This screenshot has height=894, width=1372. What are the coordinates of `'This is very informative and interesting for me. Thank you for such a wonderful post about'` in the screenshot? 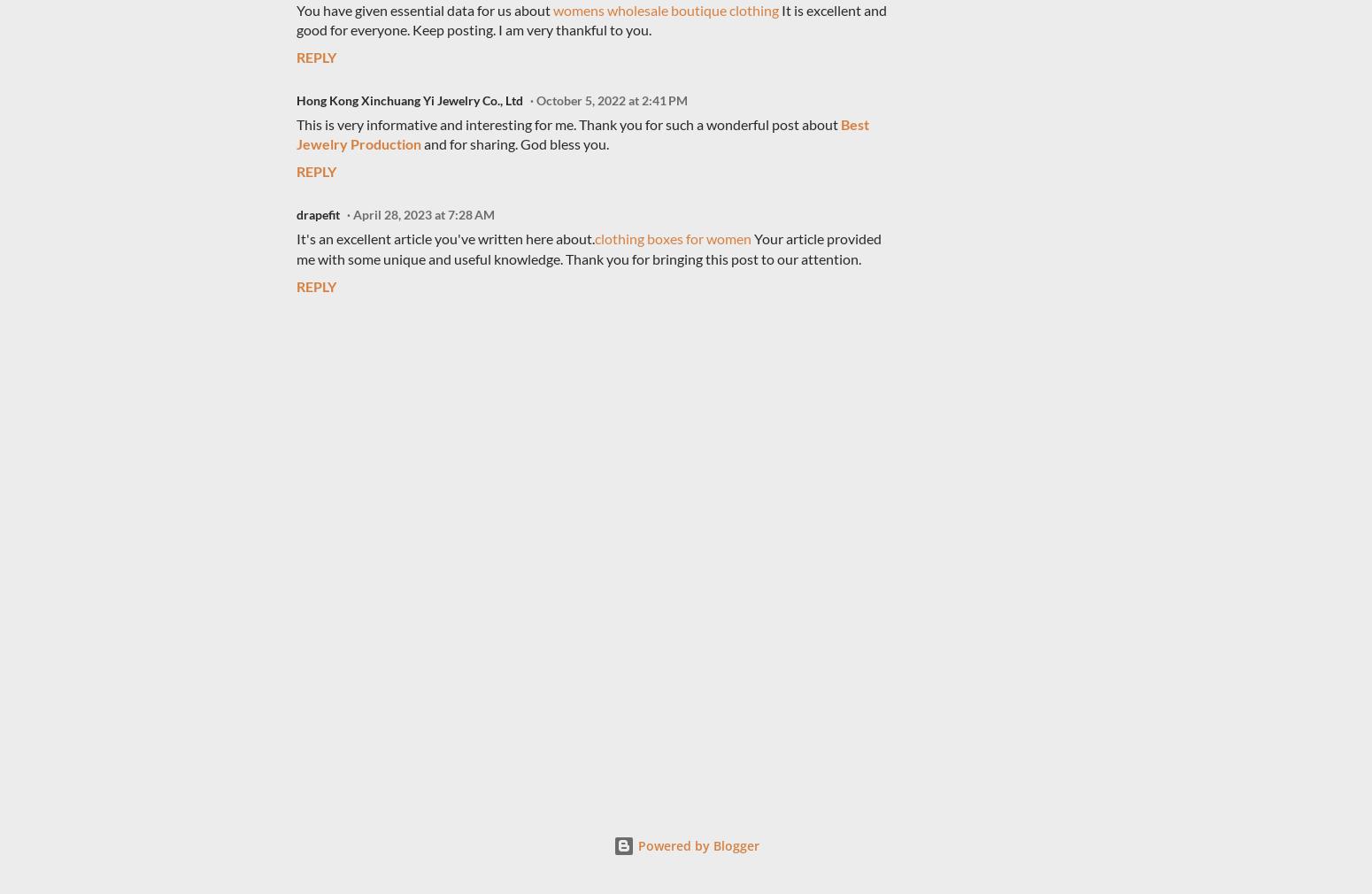 It's located at (567, 123).